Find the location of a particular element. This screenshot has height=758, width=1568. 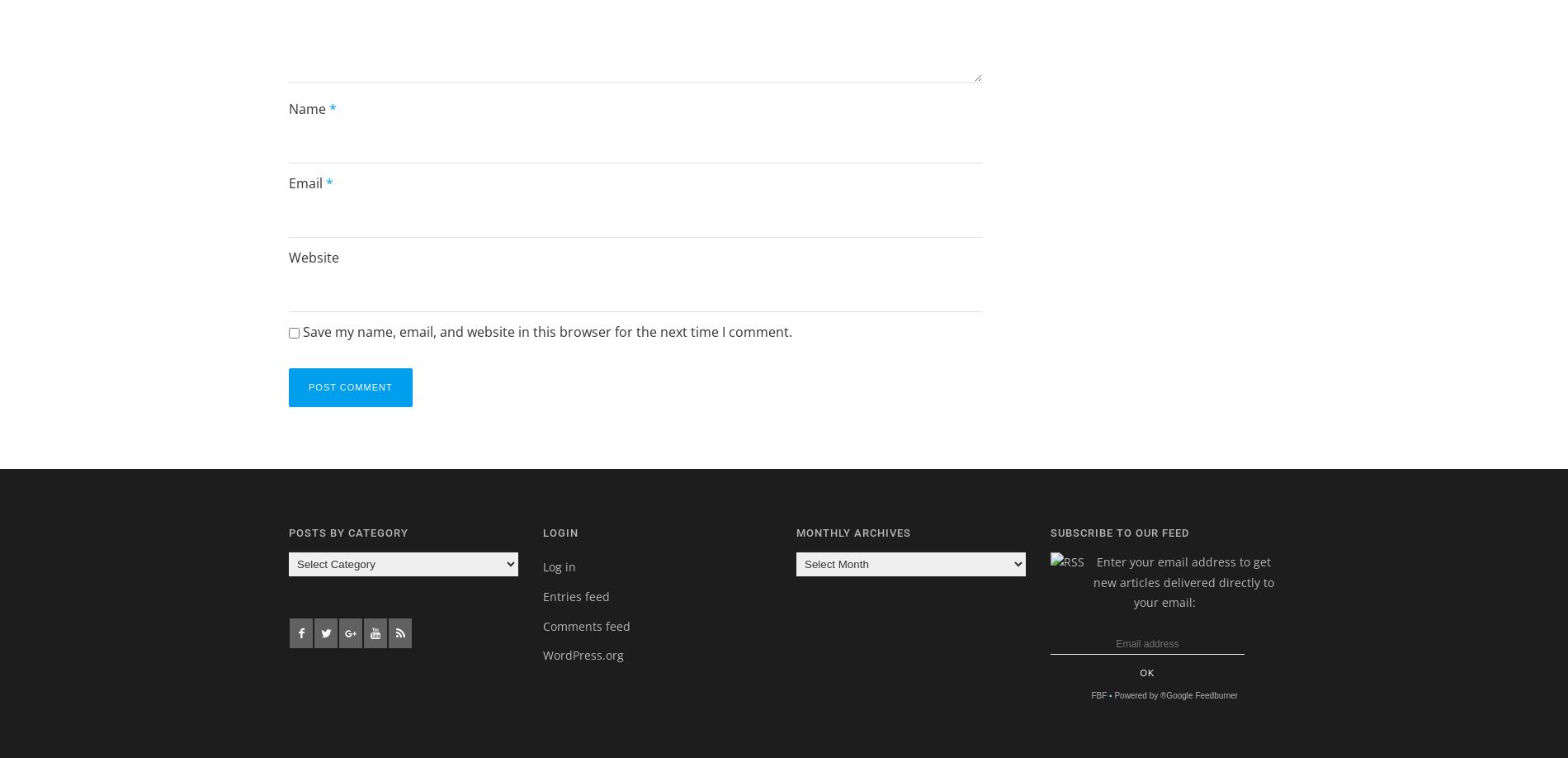

'Posts by Category' is located at coordinates (347, 532).